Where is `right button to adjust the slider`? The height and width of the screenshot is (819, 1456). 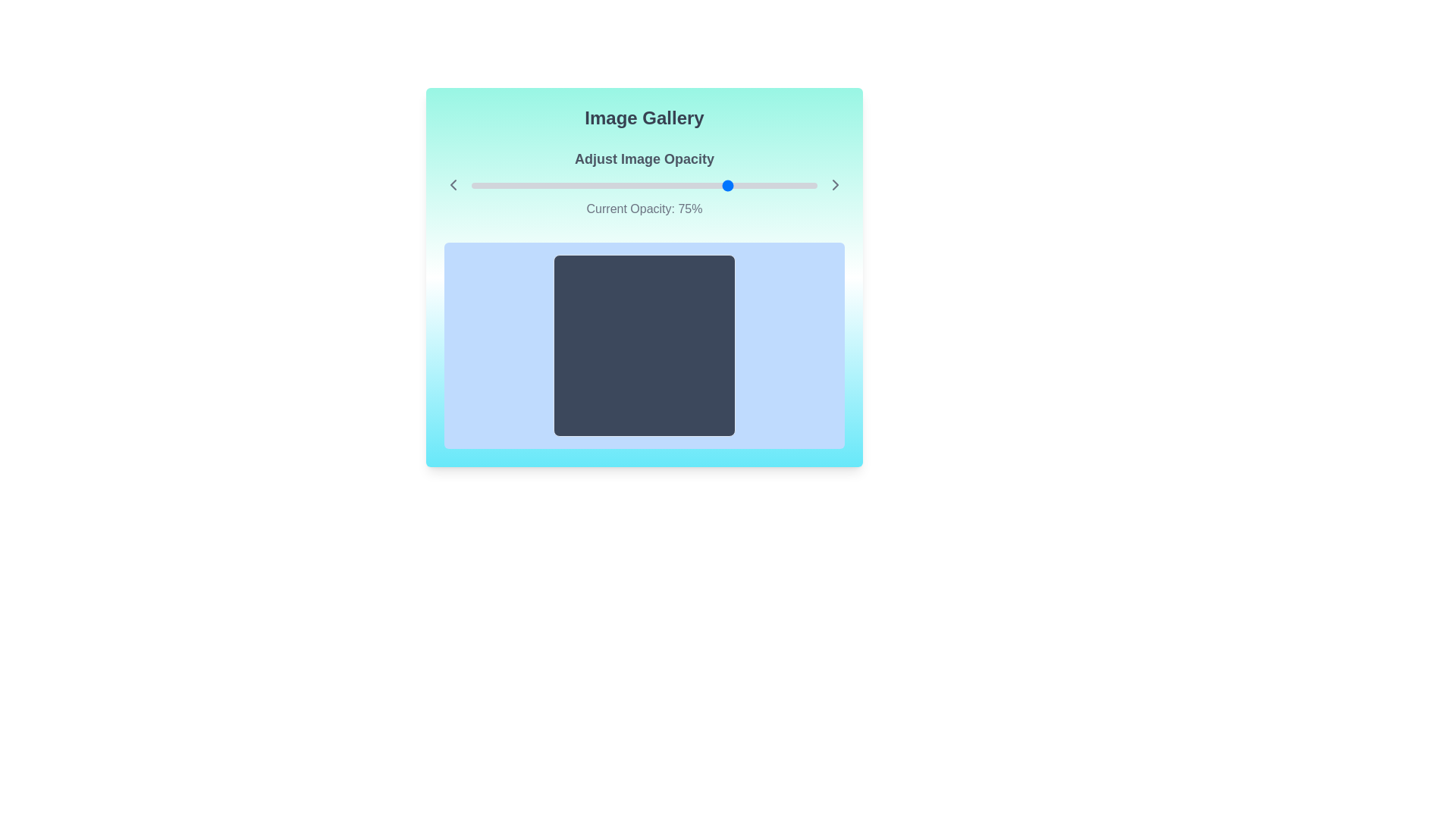
right button to adjust the slider is located at coordinates (835, 184).